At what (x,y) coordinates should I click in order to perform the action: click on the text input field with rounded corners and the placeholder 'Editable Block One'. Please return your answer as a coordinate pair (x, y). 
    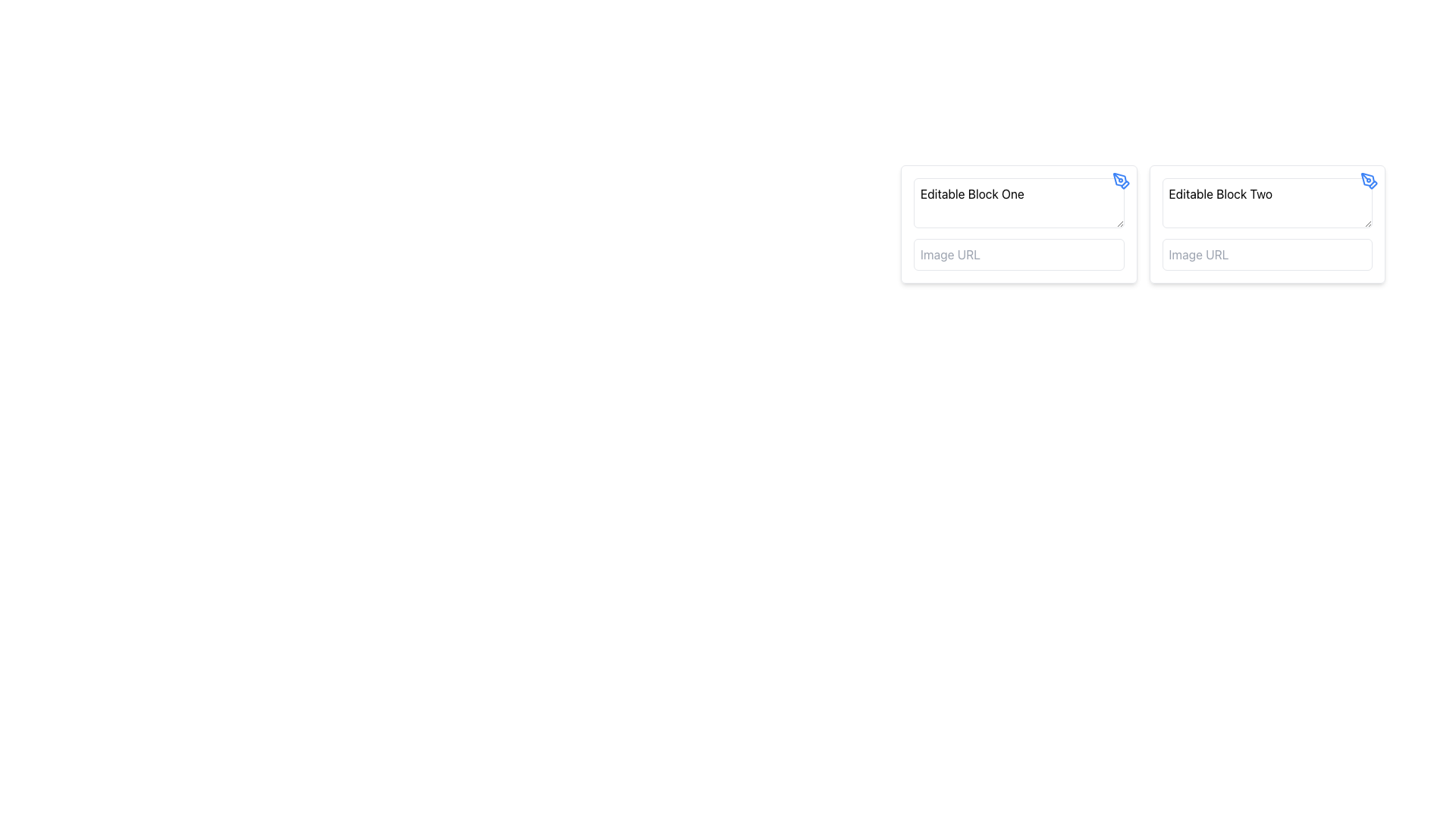
    Looking at the image, I should click on (1018, 202).